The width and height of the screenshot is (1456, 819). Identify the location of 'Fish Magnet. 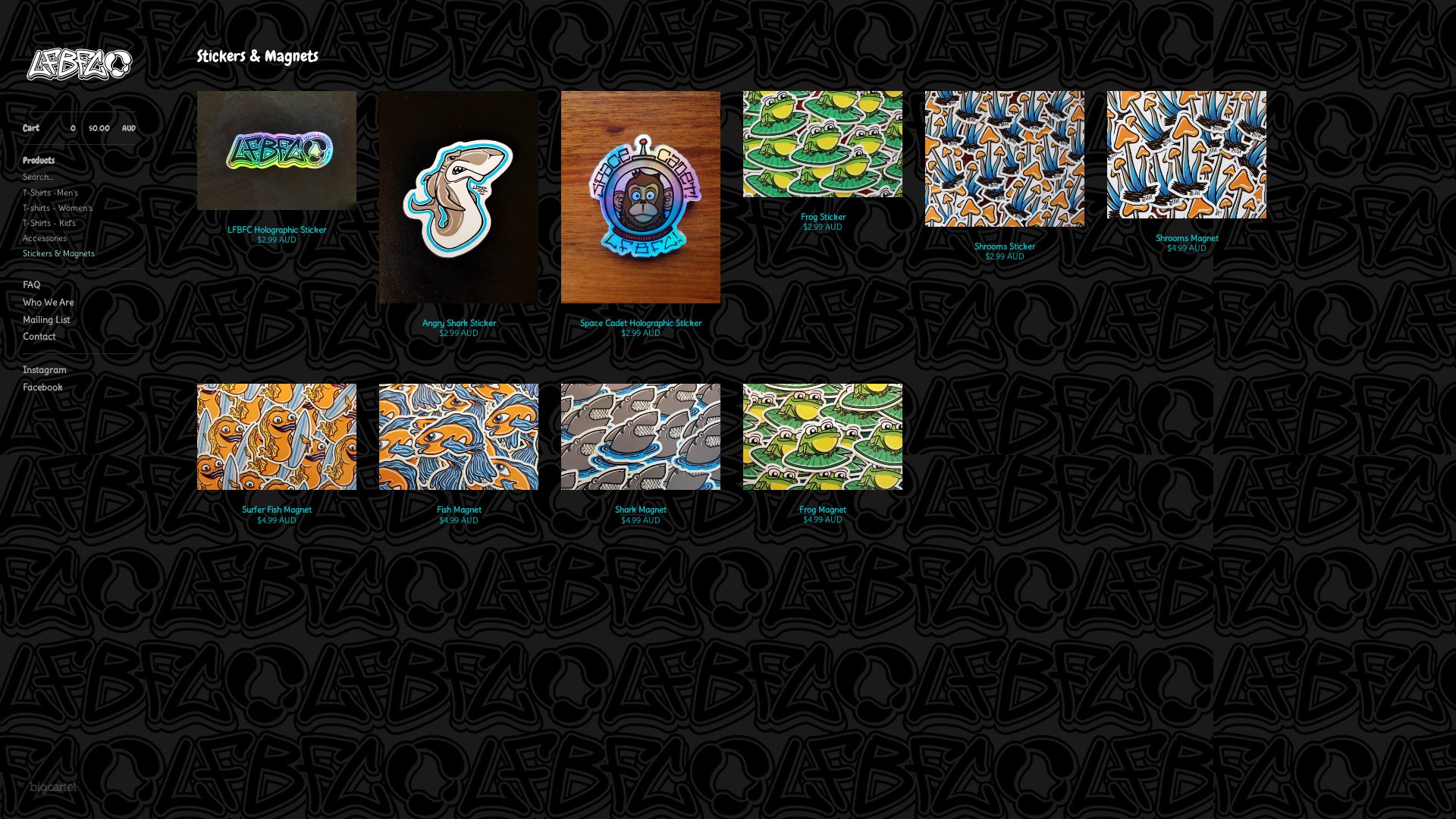
(457, 464).